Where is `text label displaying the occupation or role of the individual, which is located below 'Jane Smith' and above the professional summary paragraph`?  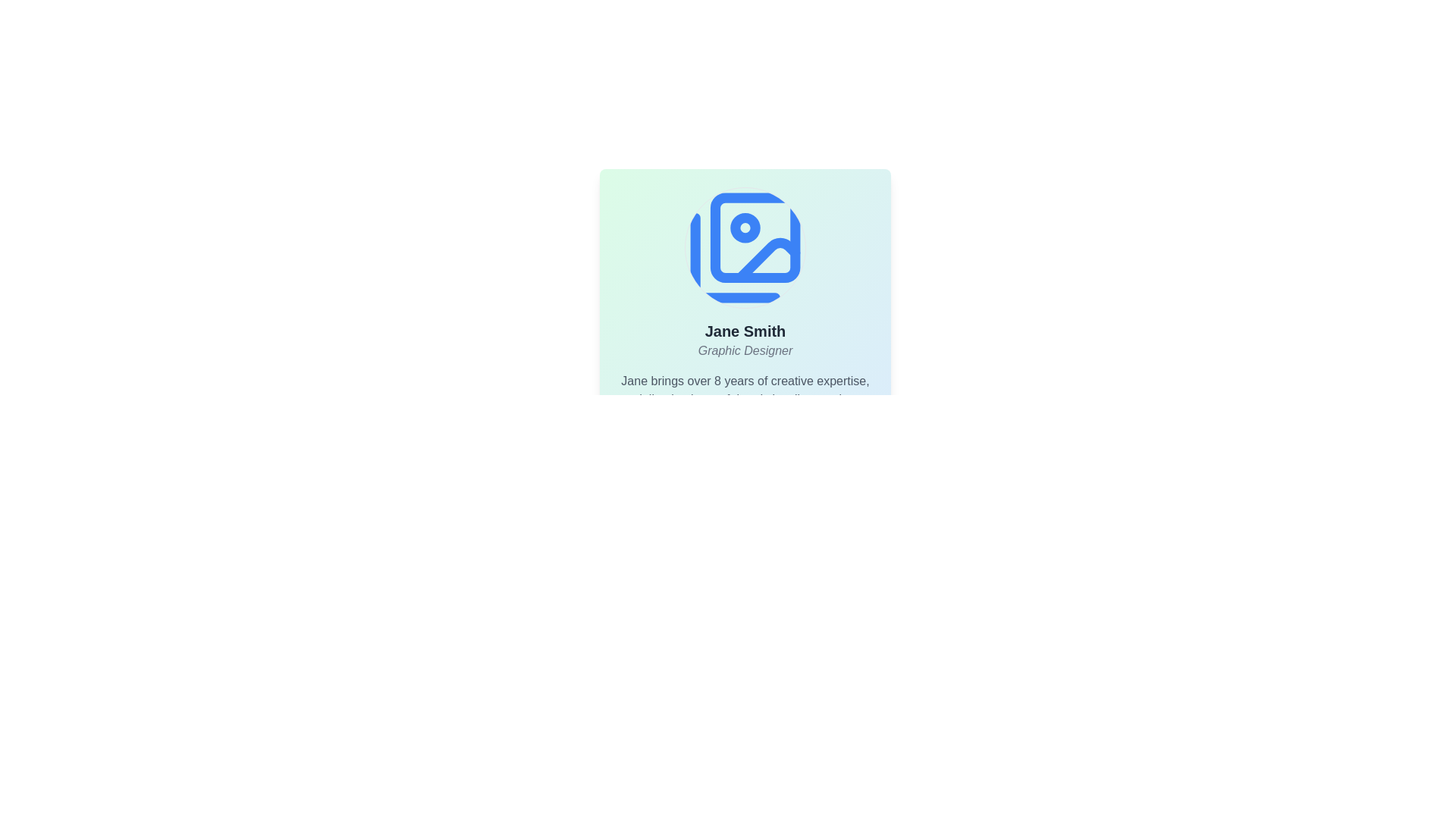
text label displaying the occupation or role of the individual, which is located below 'Jane Smith' and above the professional summary paragraph is located at coordinates (745, 350).